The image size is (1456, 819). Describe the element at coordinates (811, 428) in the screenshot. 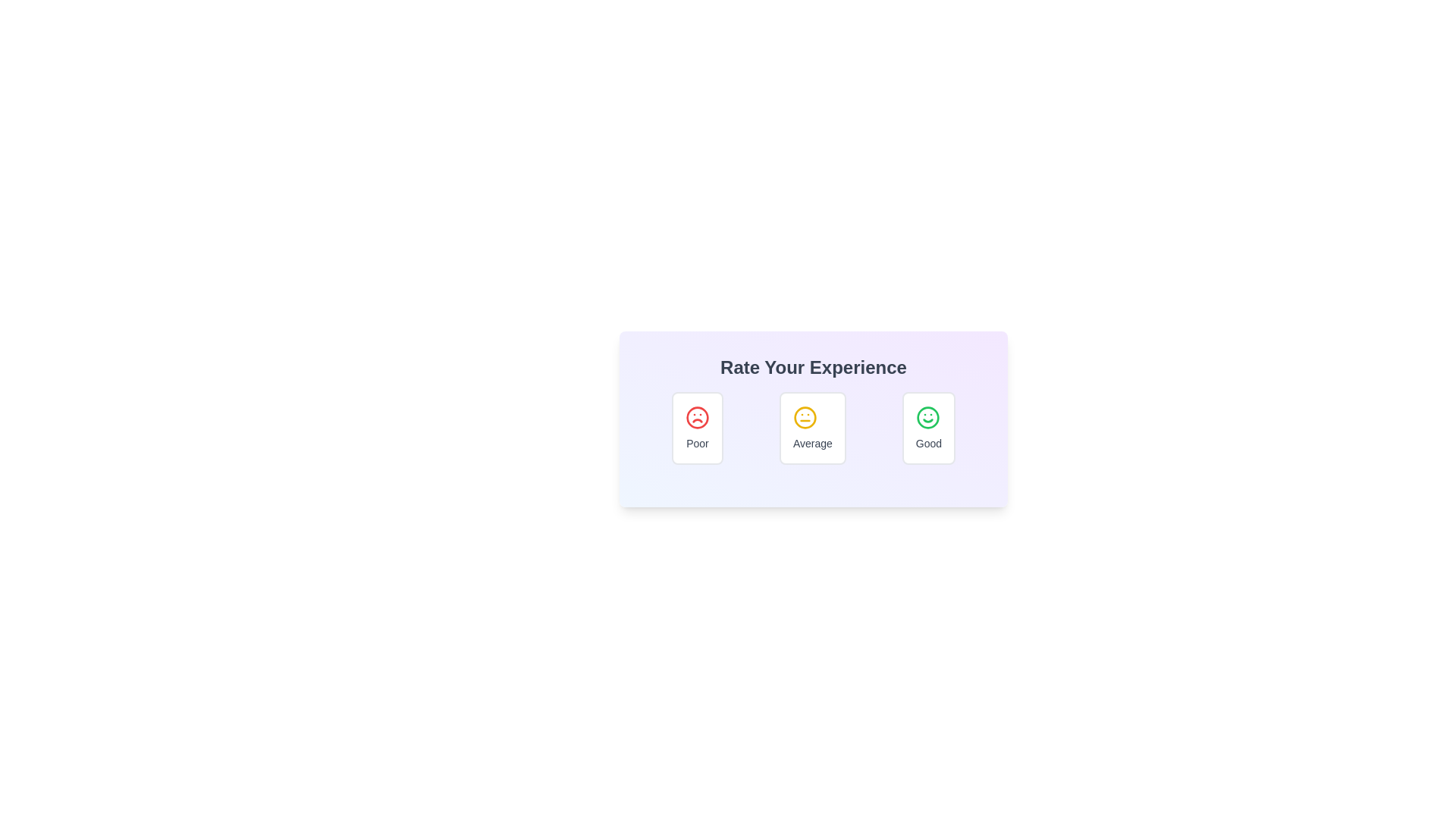

I see `the 'Average' rating button located in the second position of the horizontally aligned group of three rating cards under the 'Rate Your Experience' section` at that location.